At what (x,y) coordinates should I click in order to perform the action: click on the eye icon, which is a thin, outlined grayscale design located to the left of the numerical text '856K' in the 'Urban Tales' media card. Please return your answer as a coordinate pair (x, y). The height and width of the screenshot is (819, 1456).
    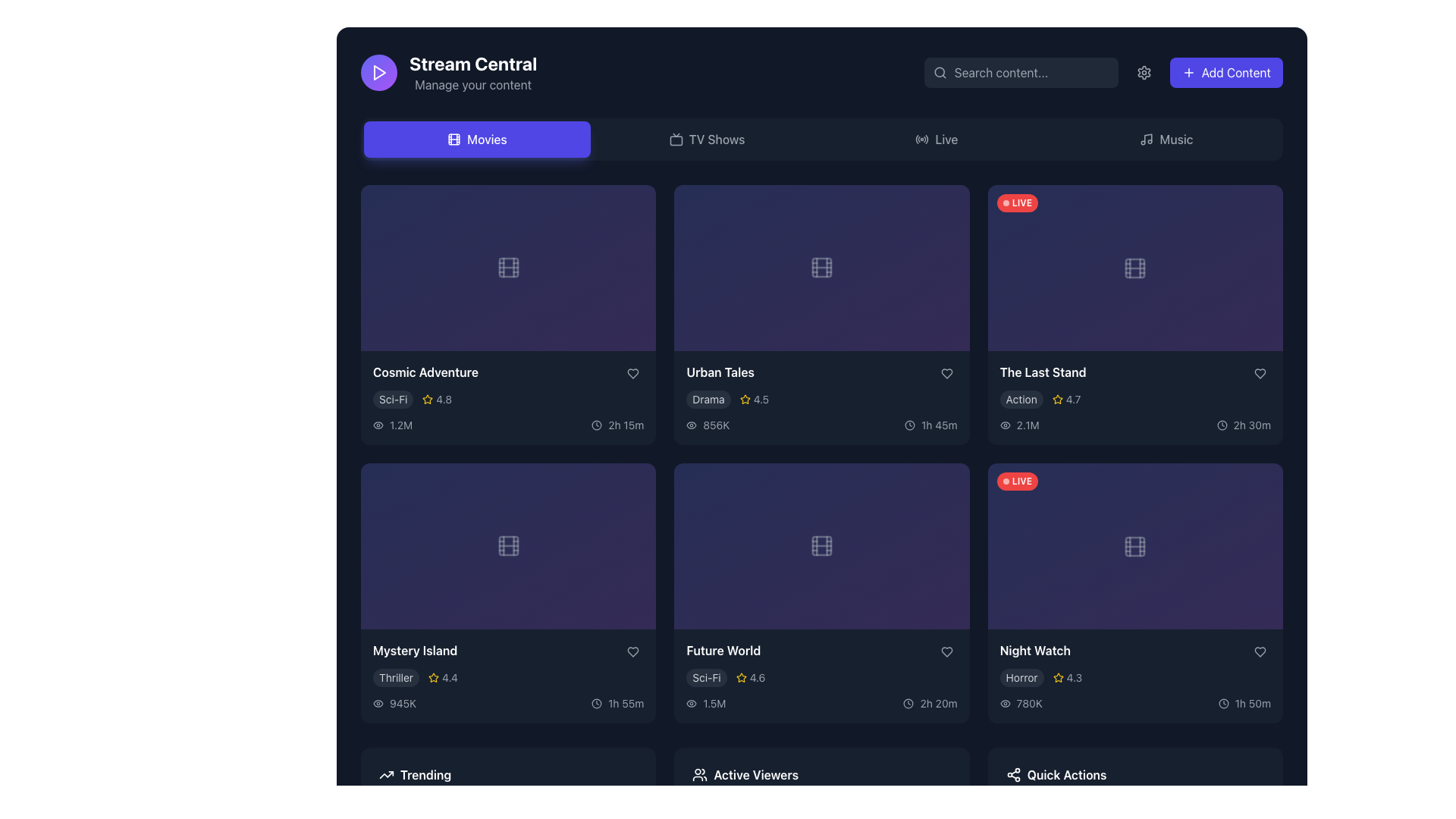
    Looking at the image, I should click on (691, 425).